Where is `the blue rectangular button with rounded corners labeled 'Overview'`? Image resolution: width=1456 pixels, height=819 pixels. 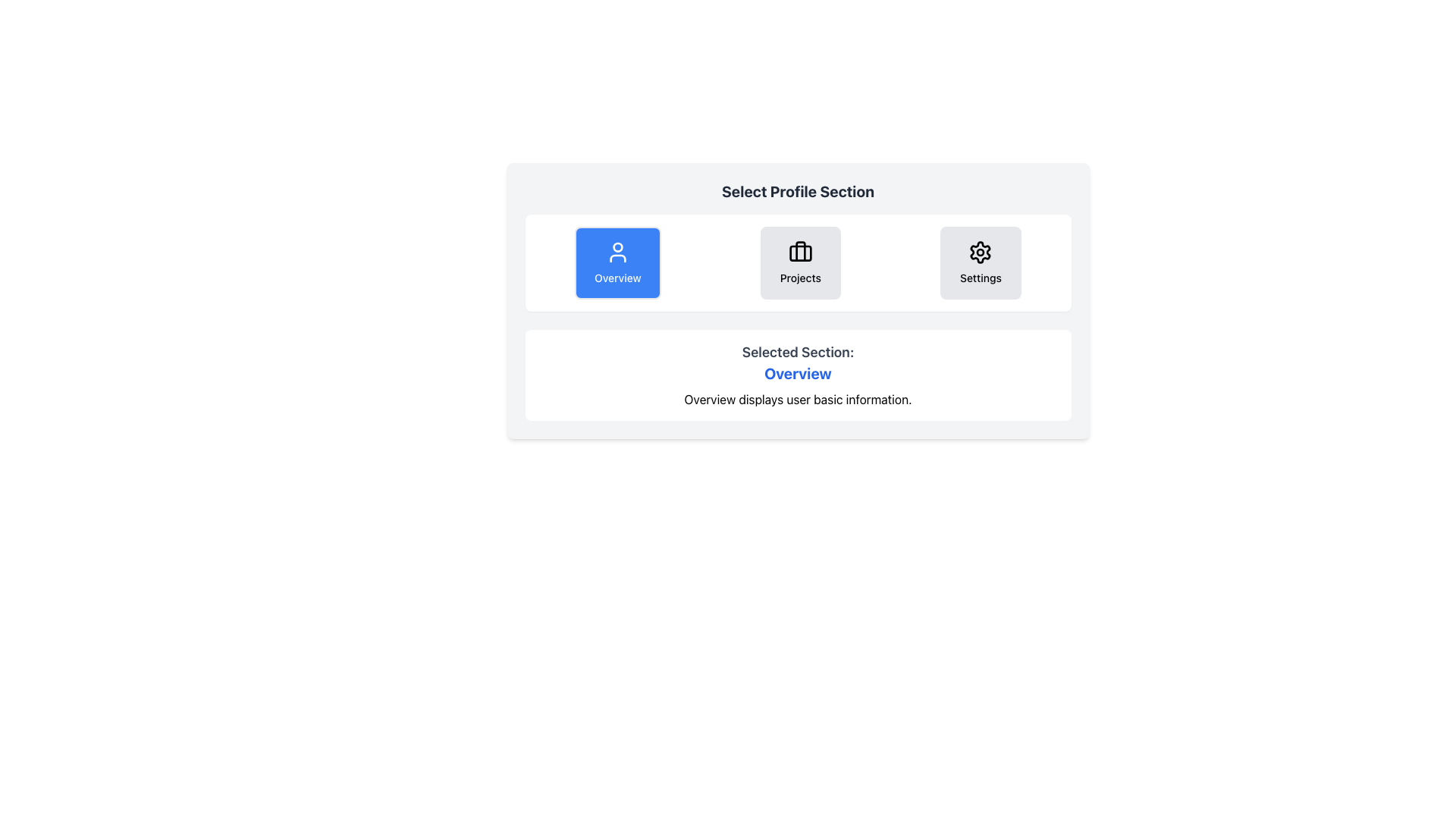
the blue rectangular button with rounded corners labeled 'Overview' is located at coordinates (617, 262).